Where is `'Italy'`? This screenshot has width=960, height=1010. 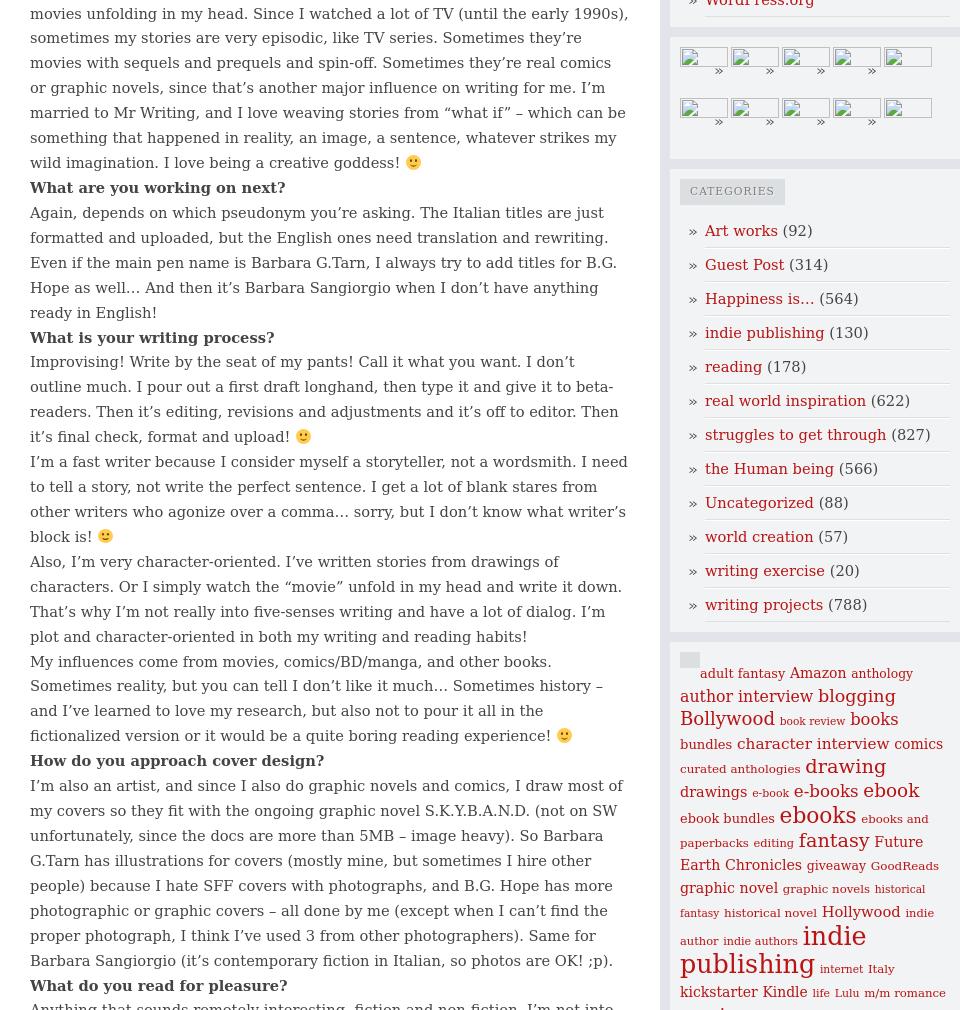
'Italy' is located at coordinates (865, 968).